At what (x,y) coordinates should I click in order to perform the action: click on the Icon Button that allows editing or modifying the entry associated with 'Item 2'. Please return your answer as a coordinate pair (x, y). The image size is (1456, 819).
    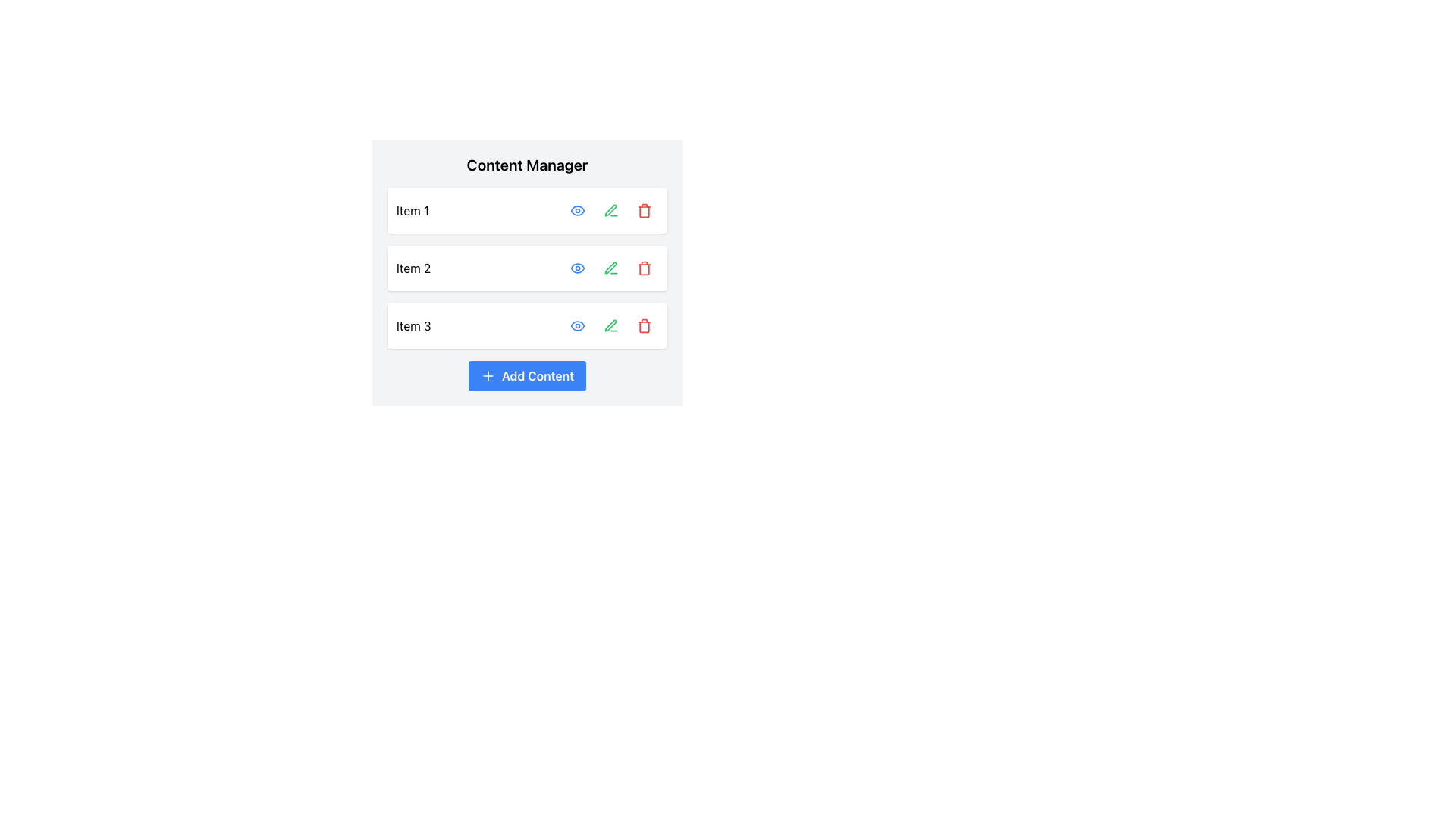
    Looking at the image, I should click on (611, 268).